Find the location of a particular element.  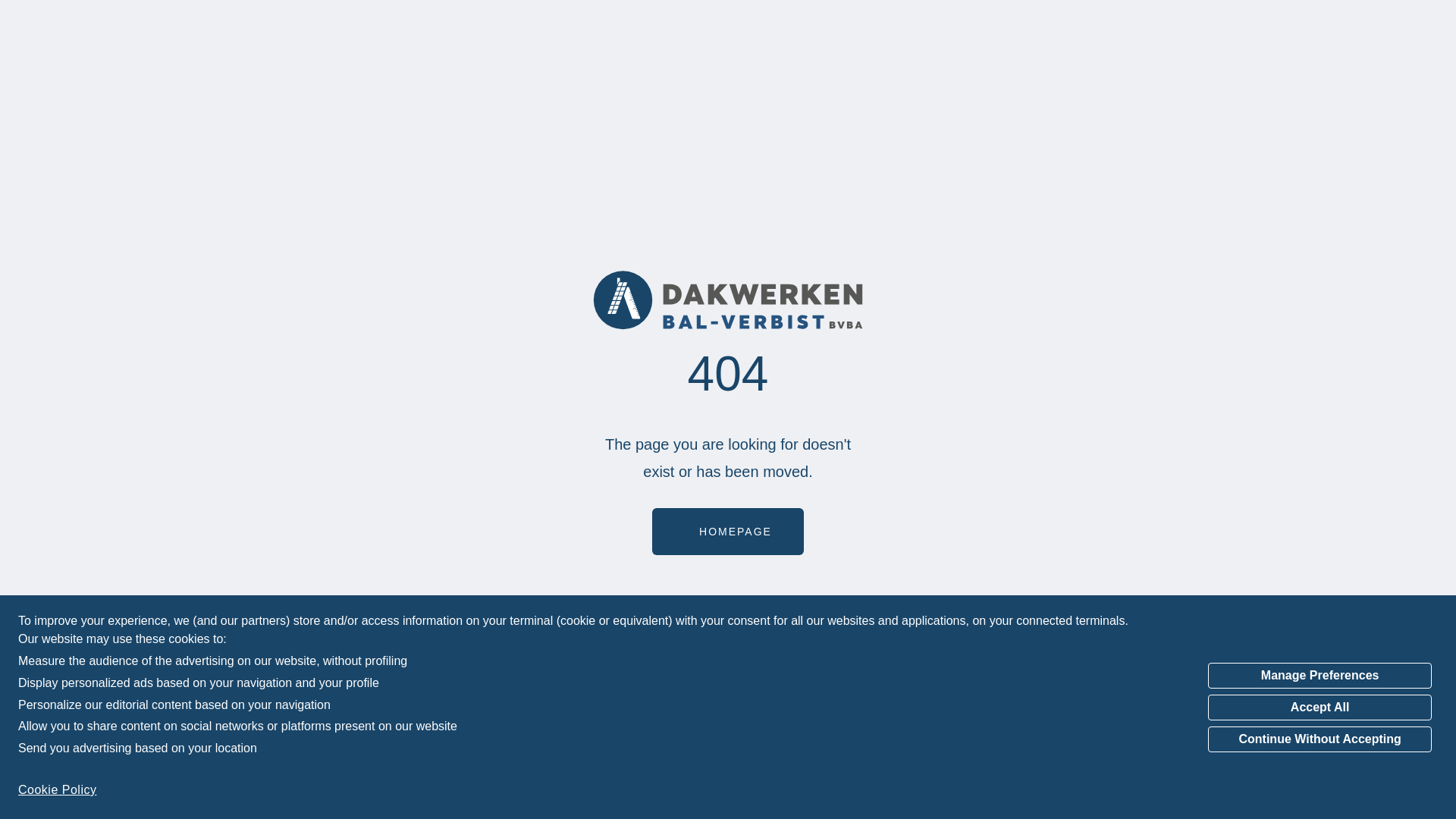

'Cookie Policy' is located at coordinates (57, 789).